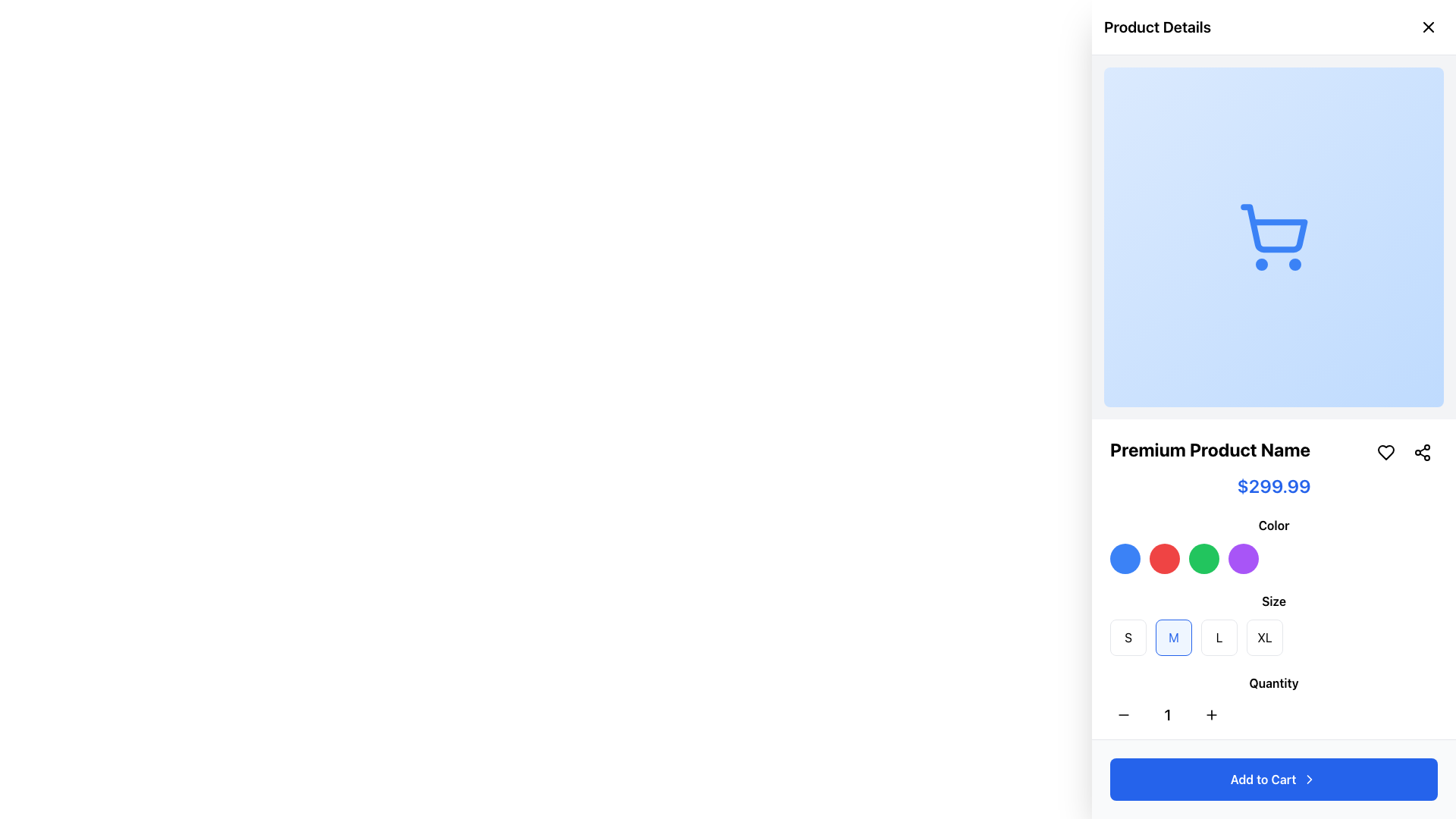 The height and width of the screenshot is (819, 1456). I want to click on the button located at the top-right corner of the 'Product Details' panel, so click(1427, 27).